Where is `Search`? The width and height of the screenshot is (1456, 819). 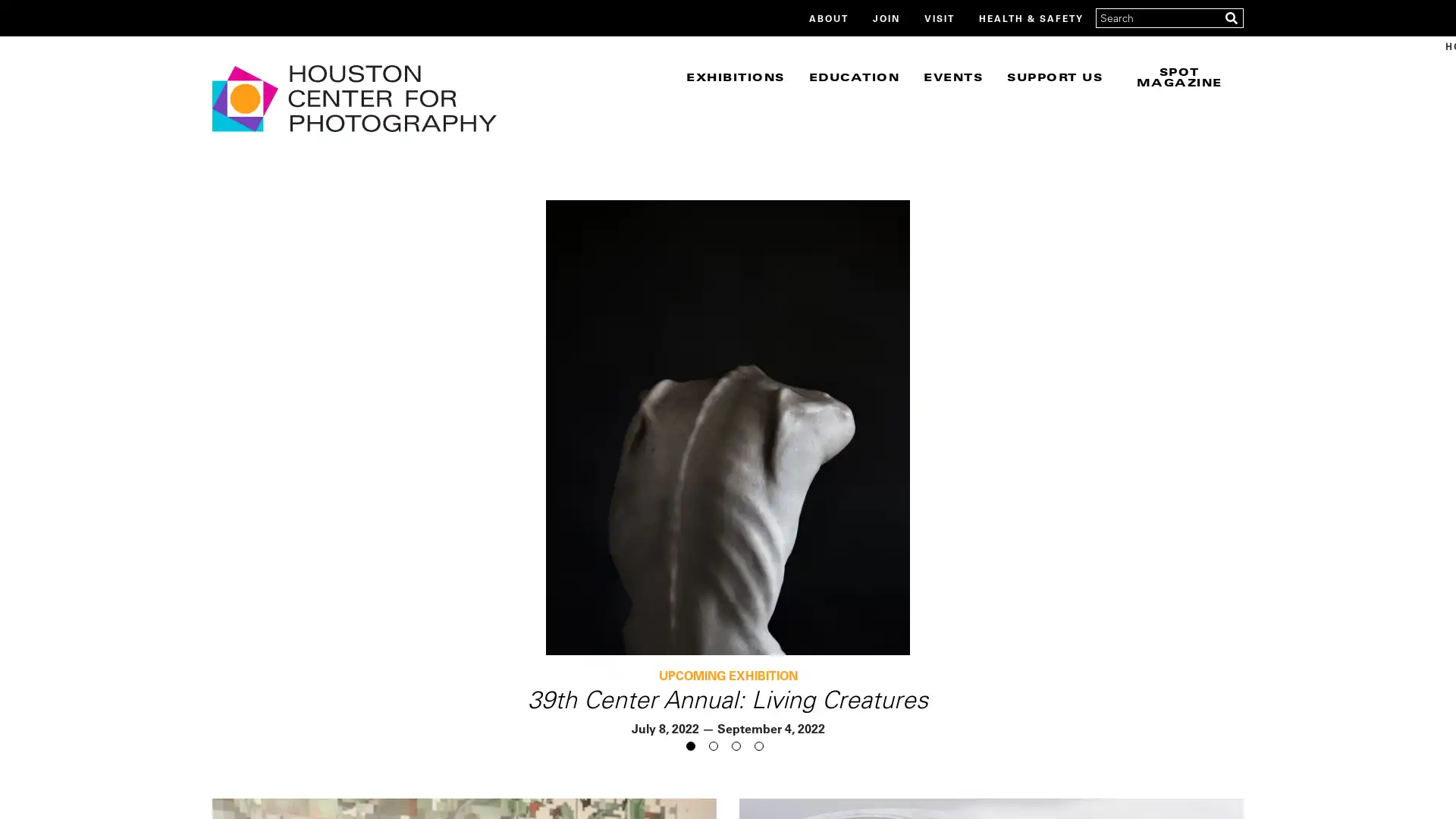
Search is located at coordinates (1231, 17).